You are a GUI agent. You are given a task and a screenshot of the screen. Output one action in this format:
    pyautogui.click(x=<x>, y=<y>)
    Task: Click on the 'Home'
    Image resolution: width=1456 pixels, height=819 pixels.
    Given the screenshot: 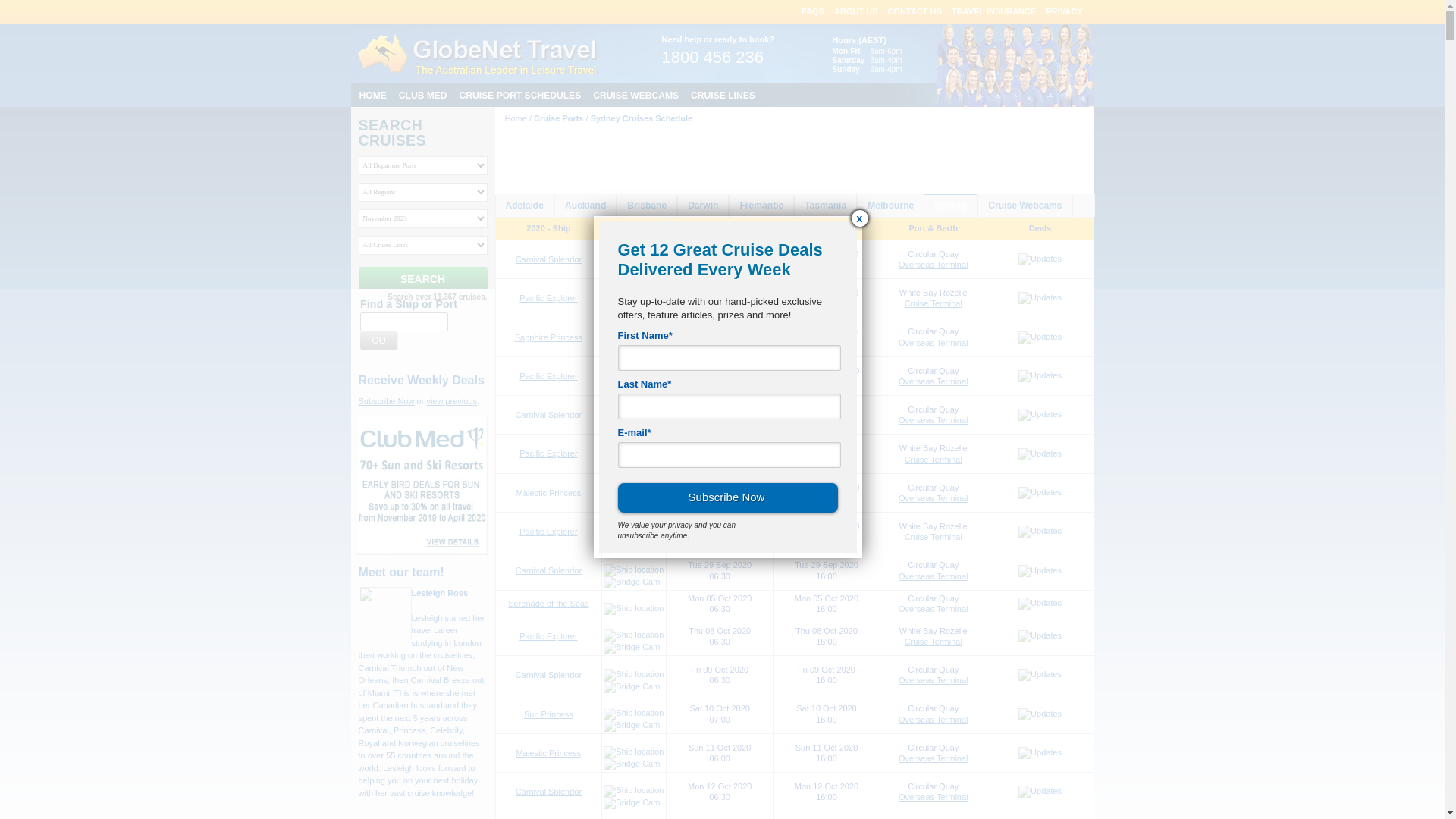 What is the action you would take?
    pyautogui.click(x=516, y=117)
    